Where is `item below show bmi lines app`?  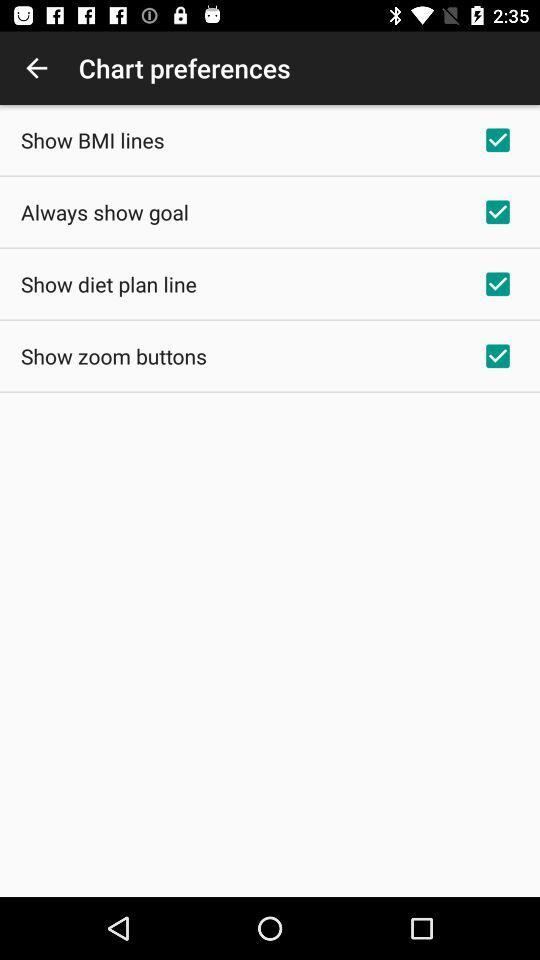 item below show bmi lines app is located at coordinates (104, 212).